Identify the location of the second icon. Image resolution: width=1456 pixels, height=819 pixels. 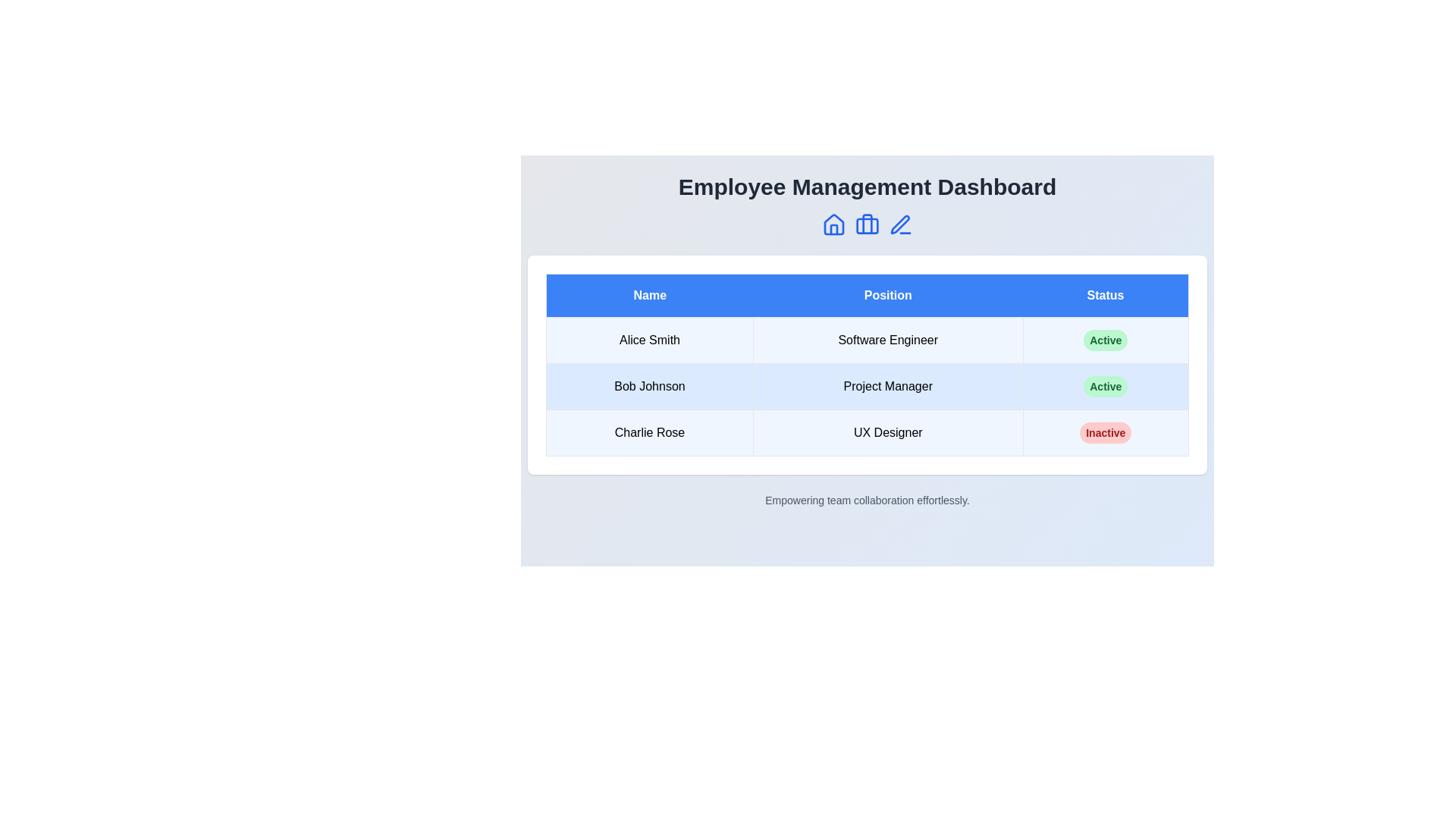
(867, 225).